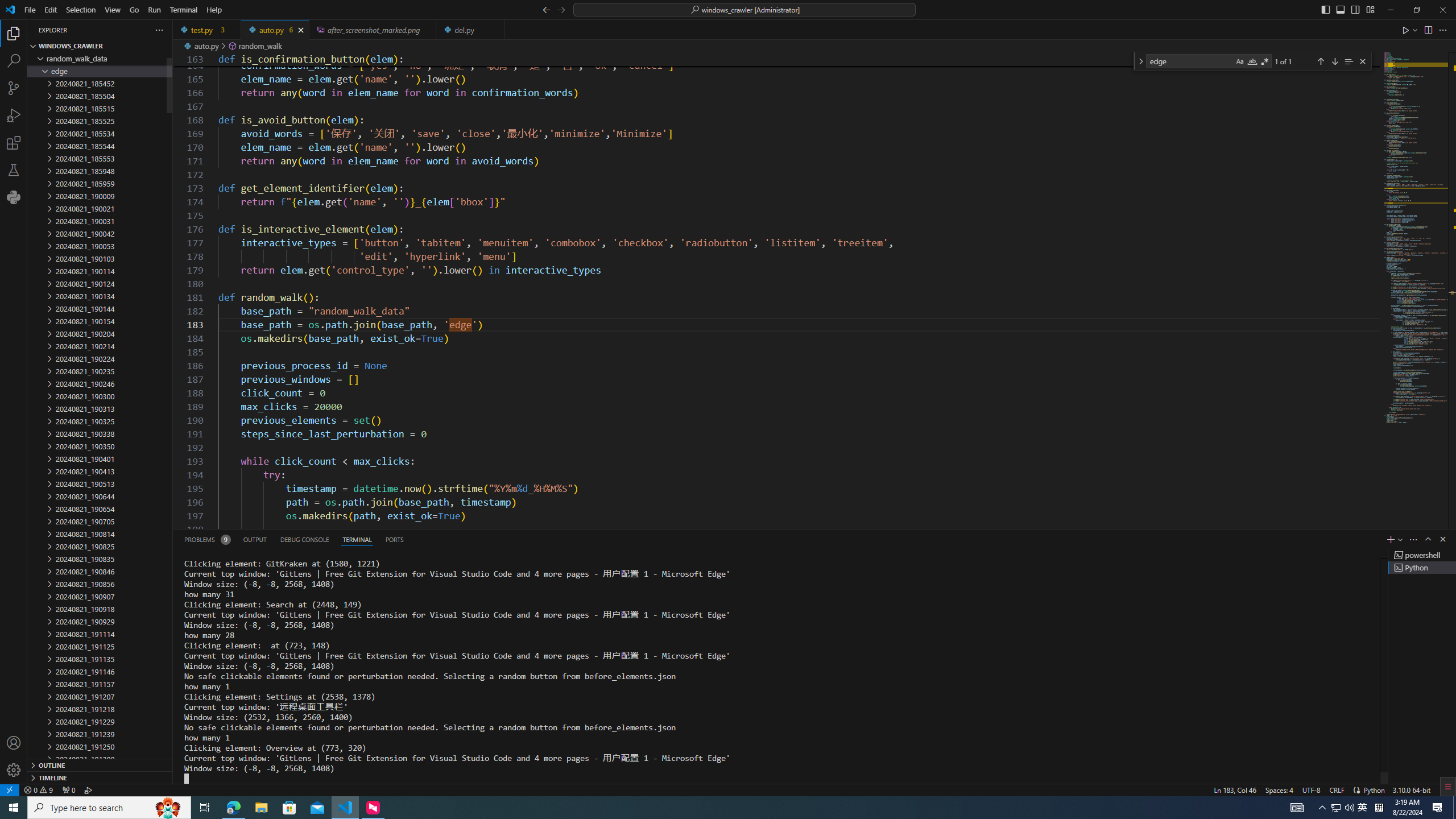  I want to click on 'Toggle Secondary Side Bar (Ctrl+Alt+B)', so click(1355, 9).